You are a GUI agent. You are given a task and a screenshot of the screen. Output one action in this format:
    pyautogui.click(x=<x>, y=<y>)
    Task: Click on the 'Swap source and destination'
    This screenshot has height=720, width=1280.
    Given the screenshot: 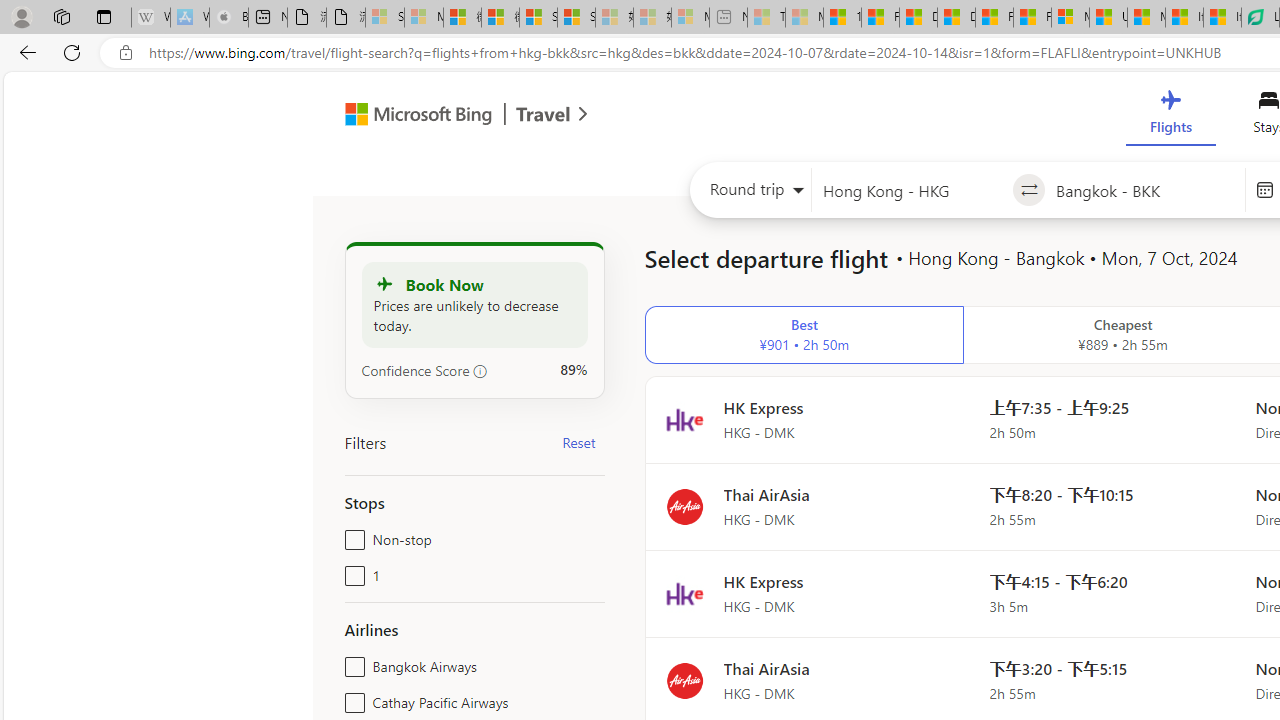 What is the action you would take?
    pyautogui.click(x=1029, y=190)
    